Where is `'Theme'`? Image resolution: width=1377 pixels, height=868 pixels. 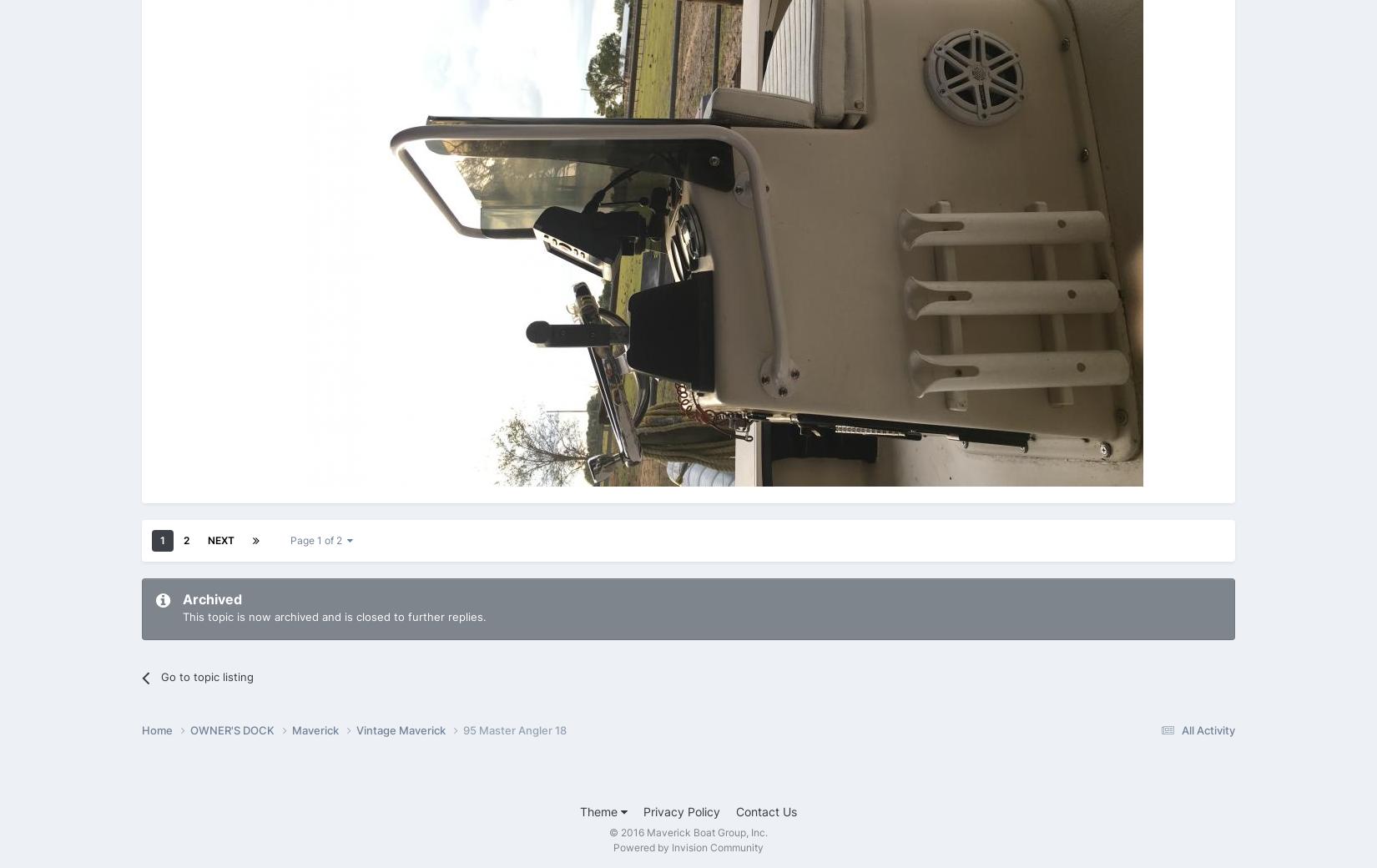 'Theme' is located at coordinates (599, 811).